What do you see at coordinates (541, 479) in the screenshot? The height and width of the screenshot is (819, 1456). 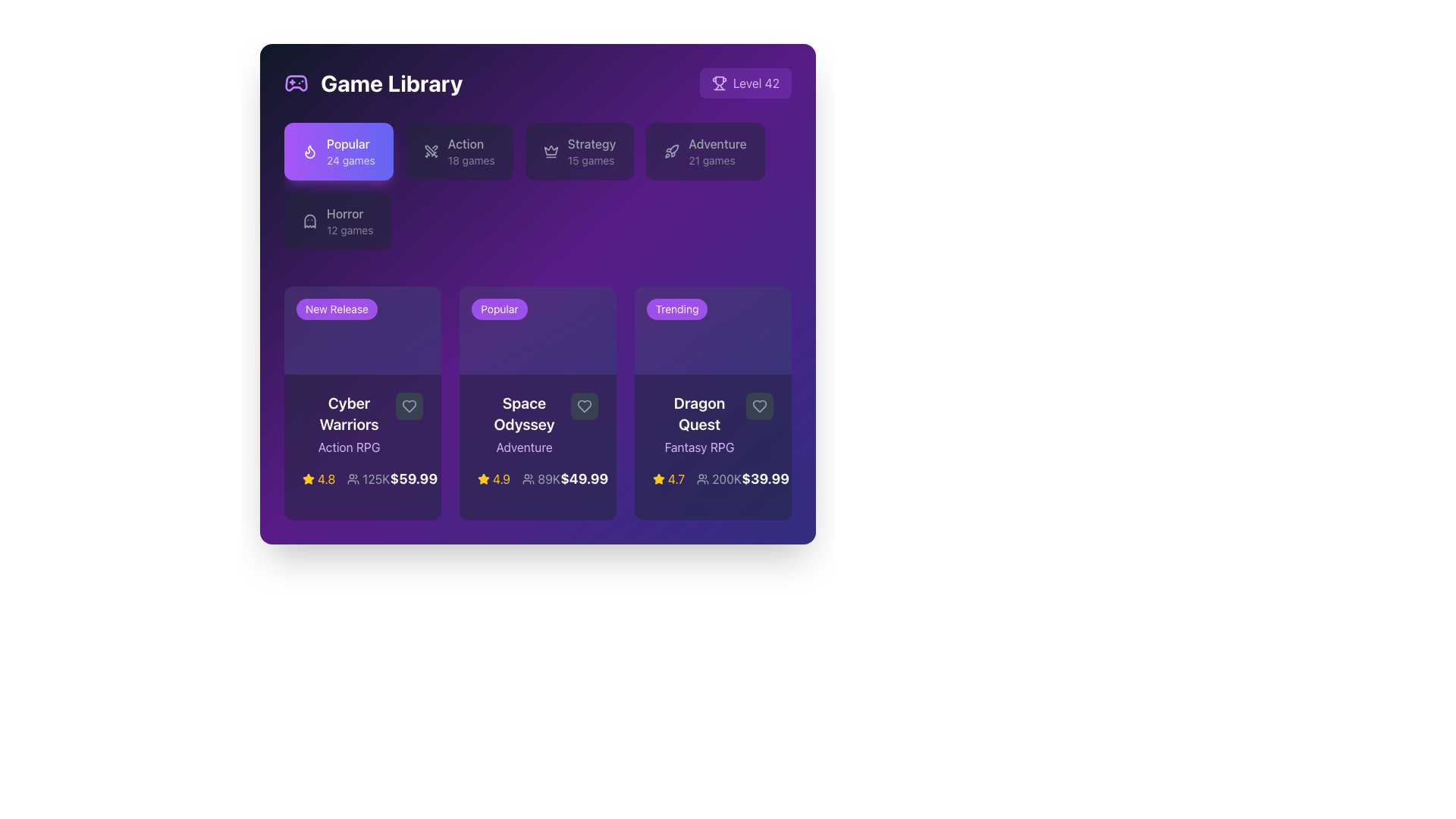 I see `the Label with Icon that features a gray user's group icon followed by the text '89K' in gray font, positioned as the second item in a horizontal group of items` at bounding box center [541, 479].